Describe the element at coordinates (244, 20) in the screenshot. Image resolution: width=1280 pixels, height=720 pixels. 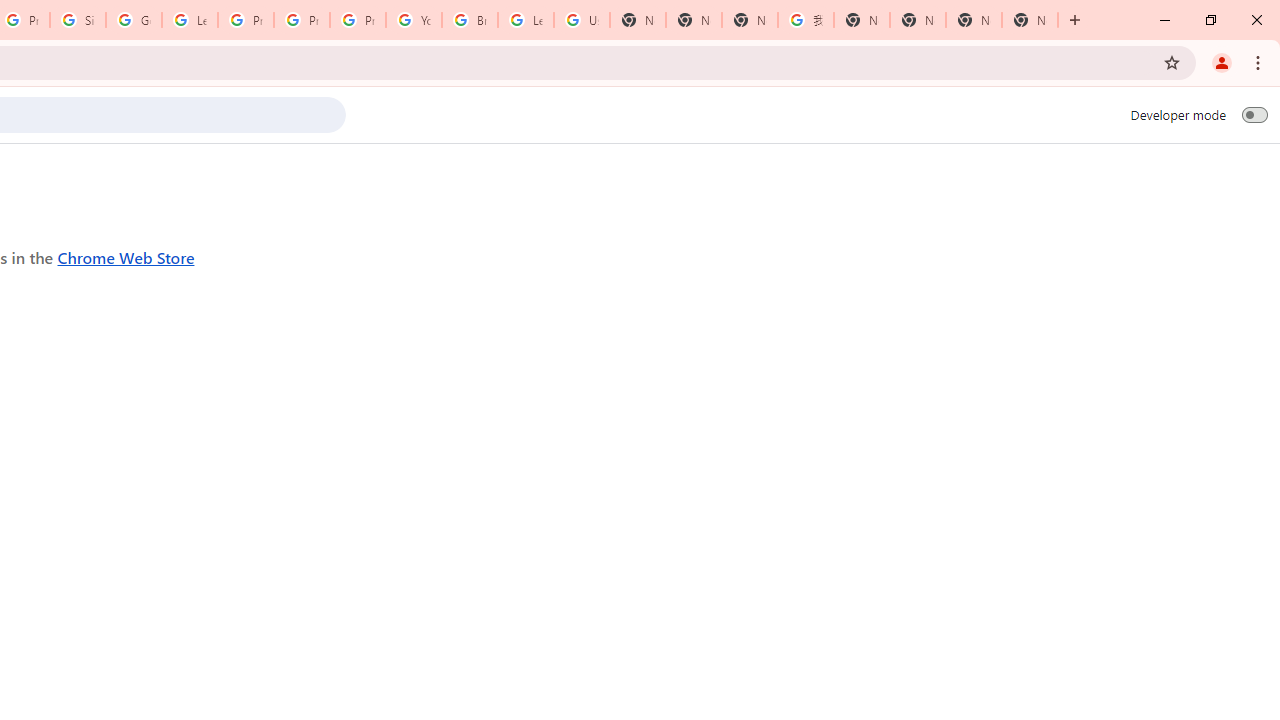
I see `'Privacy Help Center - Policies Help'` at that location.